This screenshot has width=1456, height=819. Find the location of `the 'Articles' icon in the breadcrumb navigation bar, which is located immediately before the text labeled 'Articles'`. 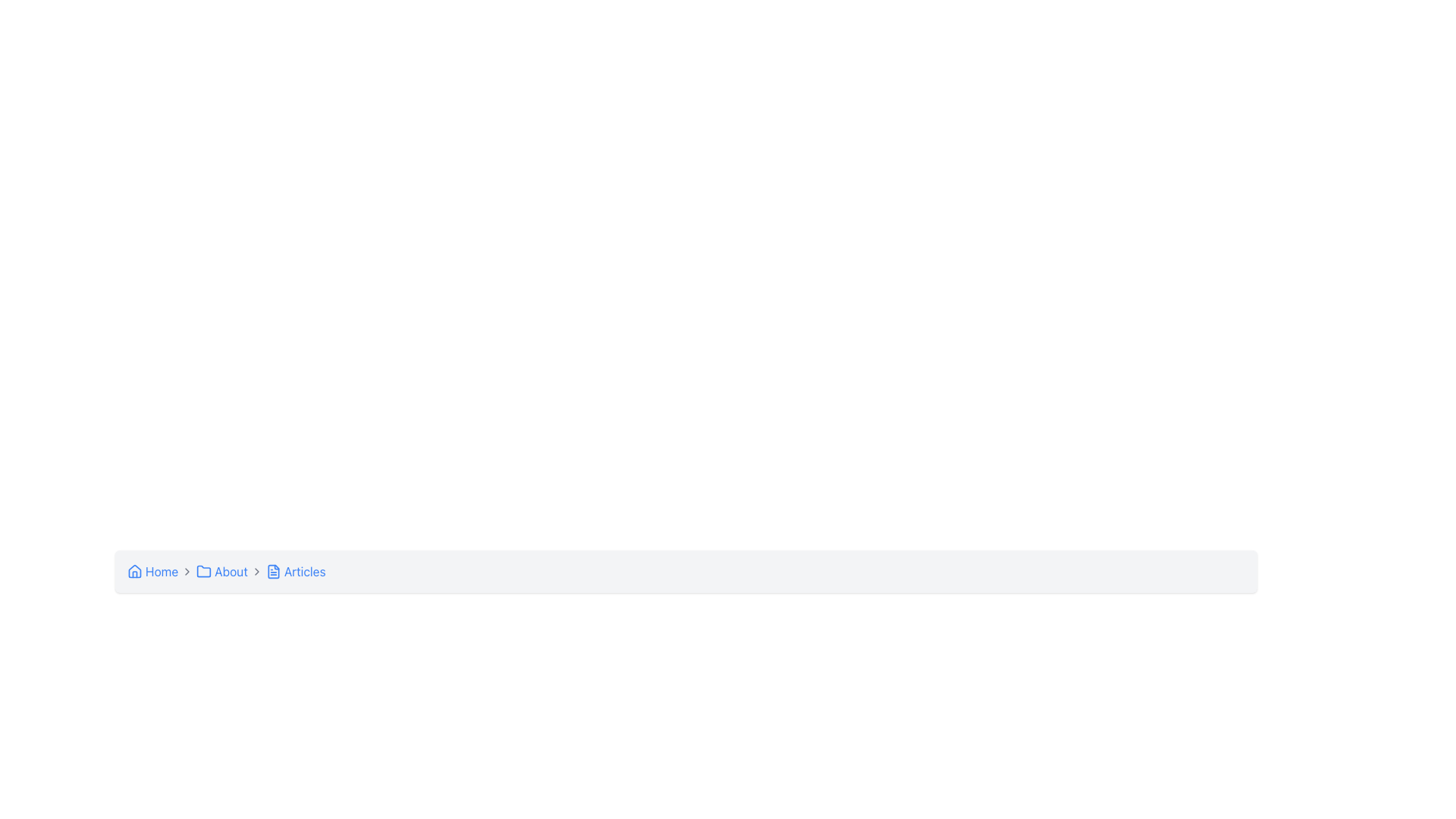

the 'Articles' icon in the breadcrumb navigation bar, which is located immediately before the text labeled 'Articles' is located at coordinates (273, 571).